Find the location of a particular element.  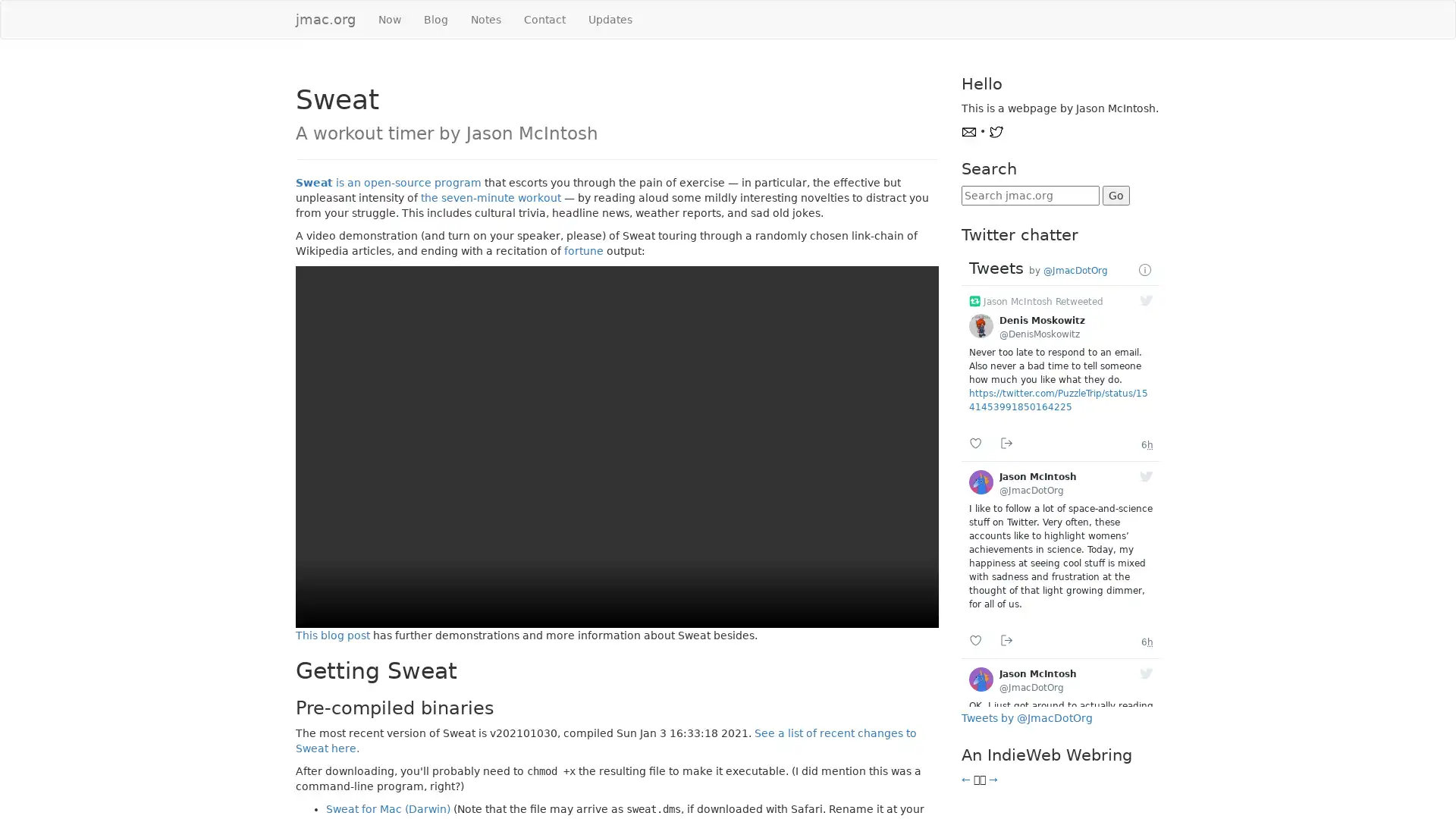

play is located at coordinates (312, 590).